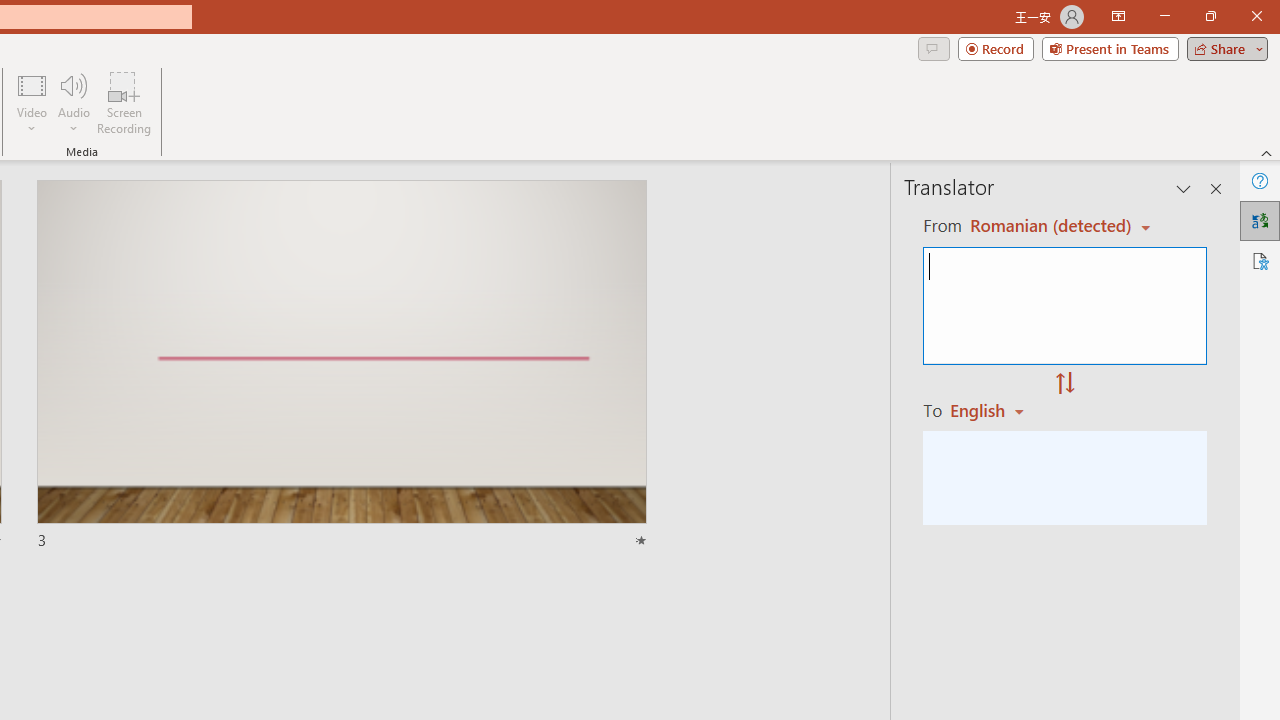  What do you see at coordinates (341, 365) in the screenshot?
I see `'Slide'` at bounding box center [341, 365].